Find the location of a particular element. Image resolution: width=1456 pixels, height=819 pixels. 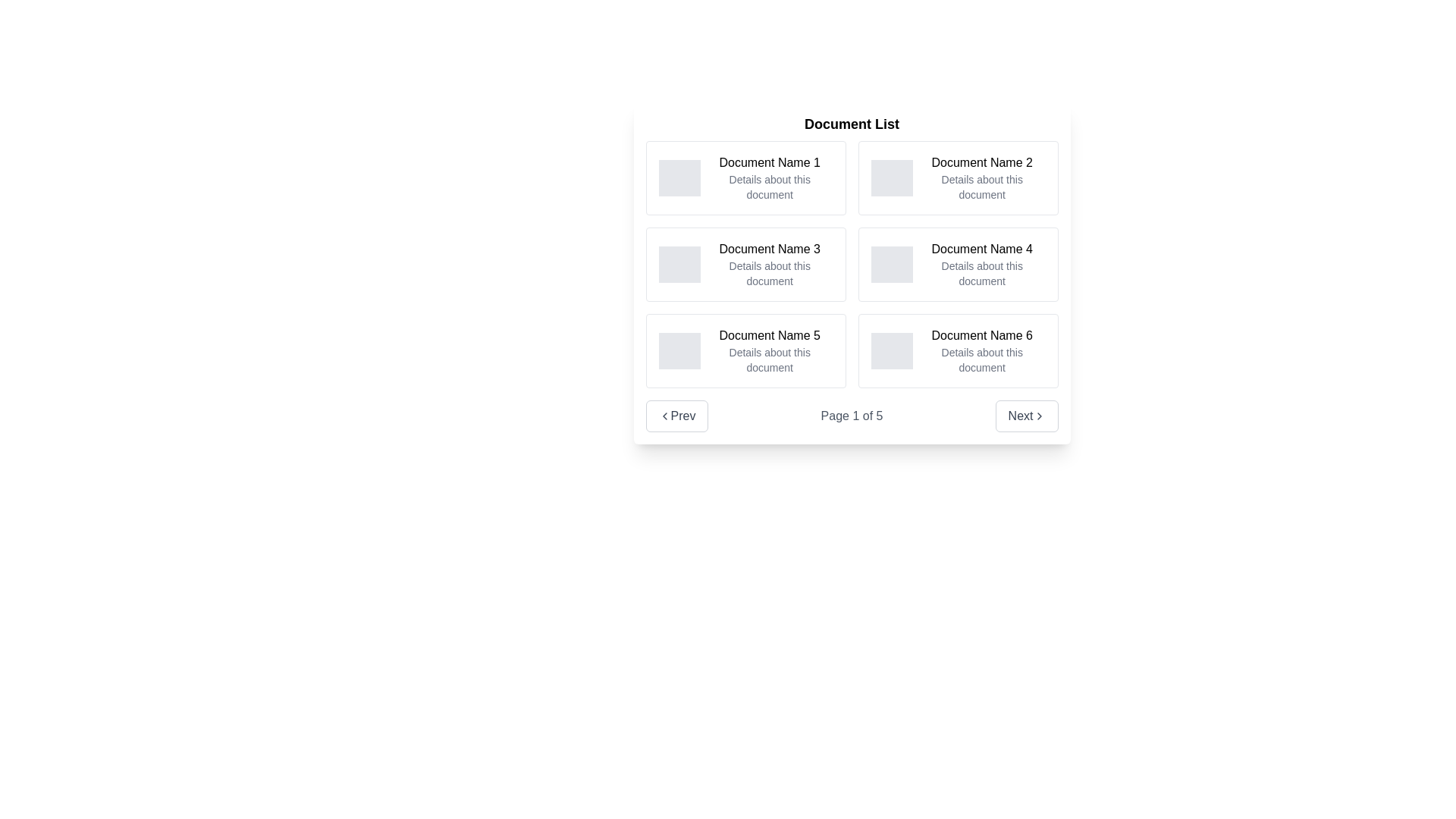

text element styled in small gray font that says 'Details about this document.' It is located directly below the 'Document Name 5' text in the bottom-left cell of the grid layout is located at coordinates (770, 359).